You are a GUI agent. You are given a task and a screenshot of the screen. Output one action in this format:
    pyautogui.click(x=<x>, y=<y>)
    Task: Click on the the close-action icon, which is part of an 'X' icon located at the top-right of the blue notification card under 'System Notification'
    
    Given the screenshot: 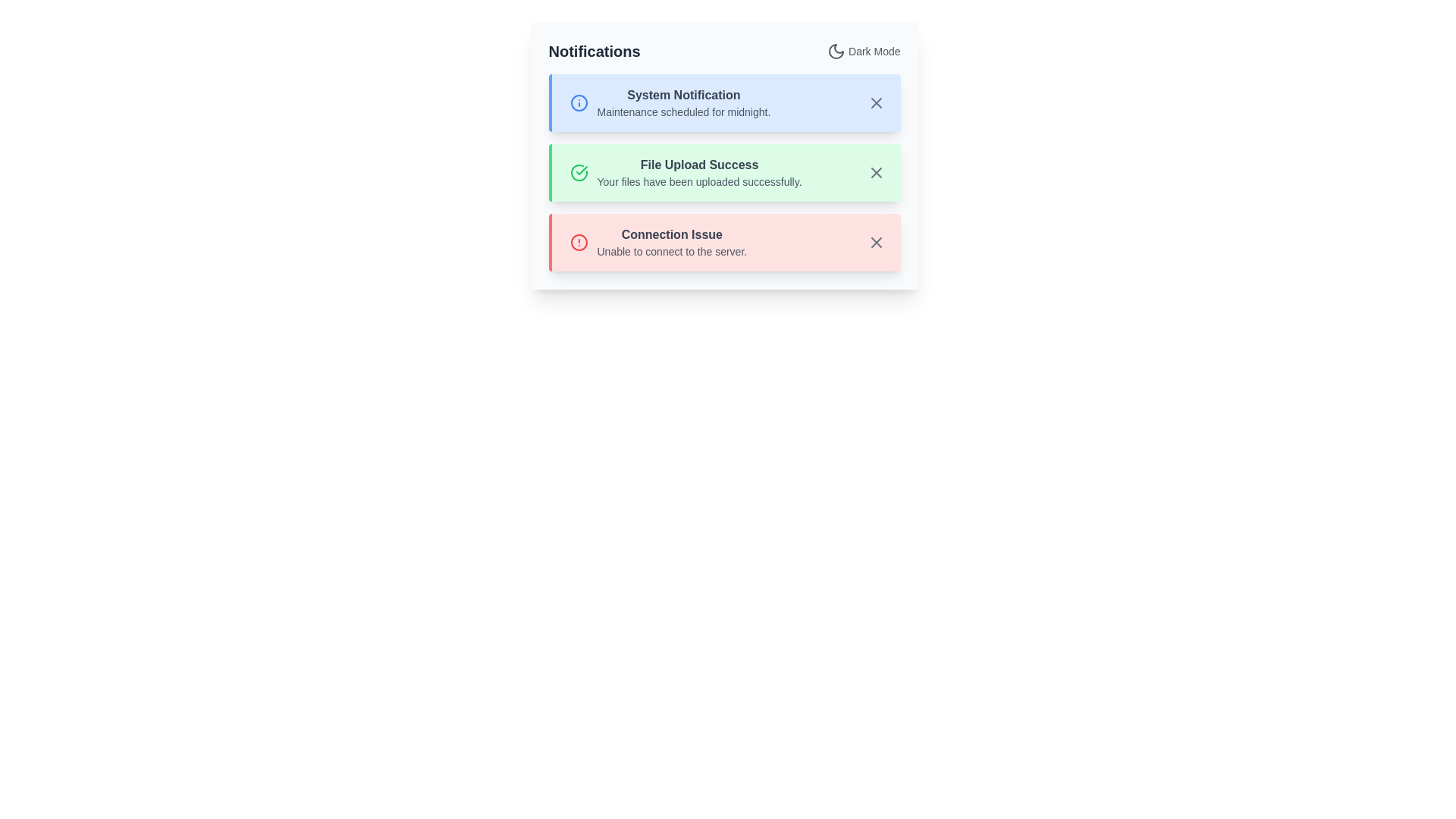 What is the action you would take?
    pyautogui.click(x=876, y=102)
    